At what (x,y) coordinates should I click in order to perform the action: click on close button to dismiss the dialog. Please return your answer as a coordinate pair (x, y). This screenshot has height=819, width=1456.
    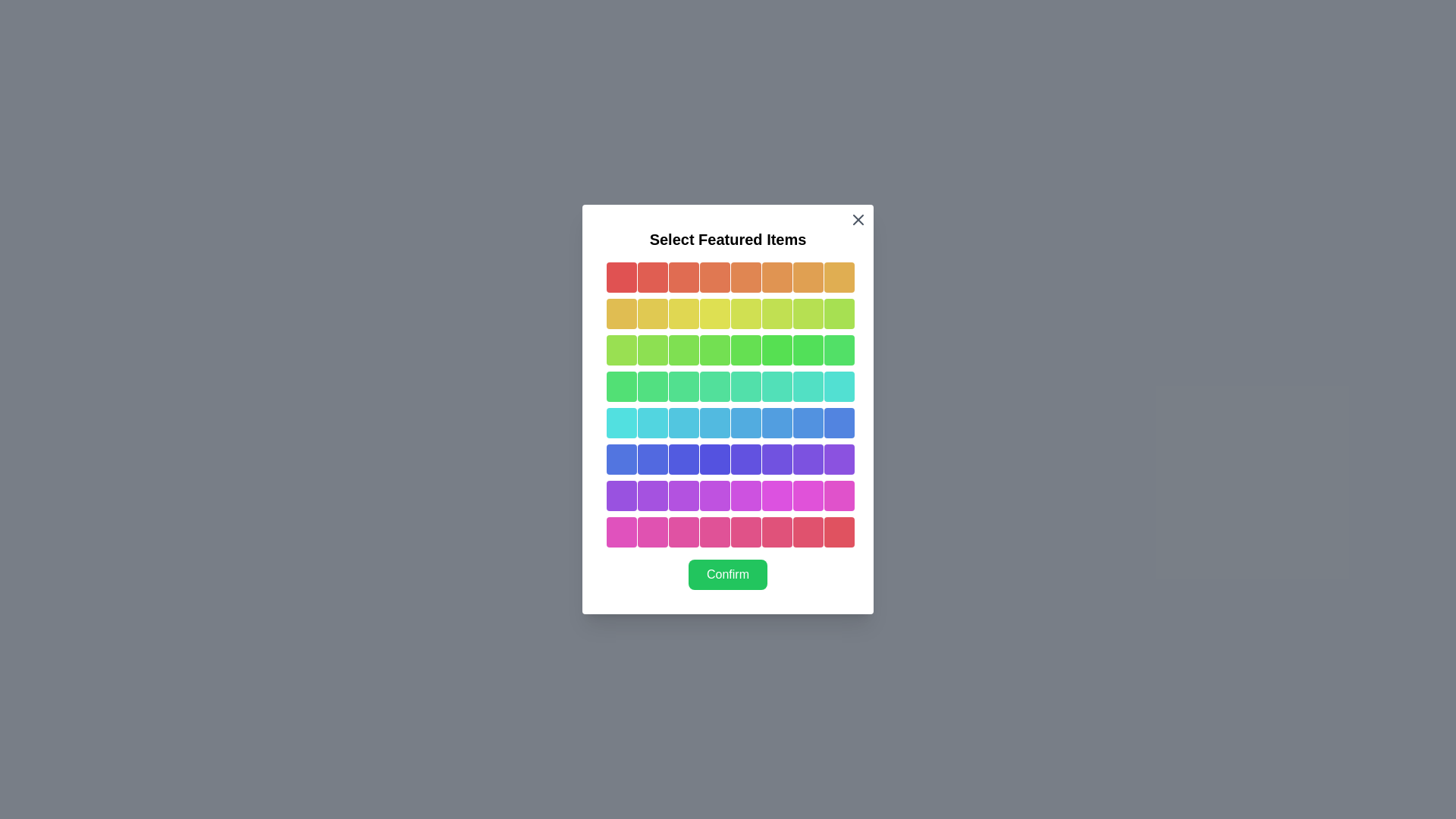
    Looking at the image, I should click on (858, 219).